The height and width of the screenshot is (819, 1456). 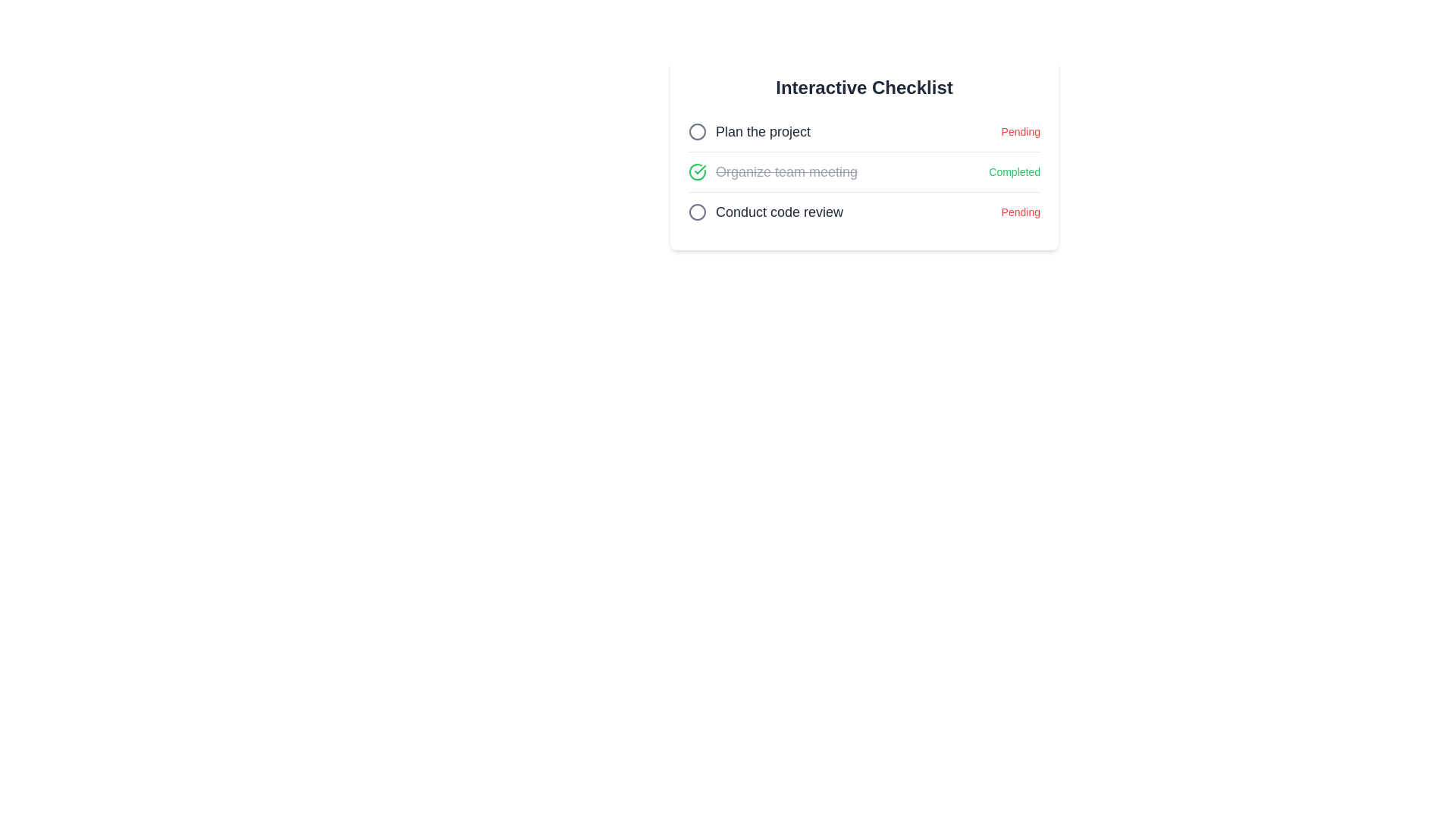 I want to click on the task list item that describes the task 'Conduct code review', so click(x=766, y=212).